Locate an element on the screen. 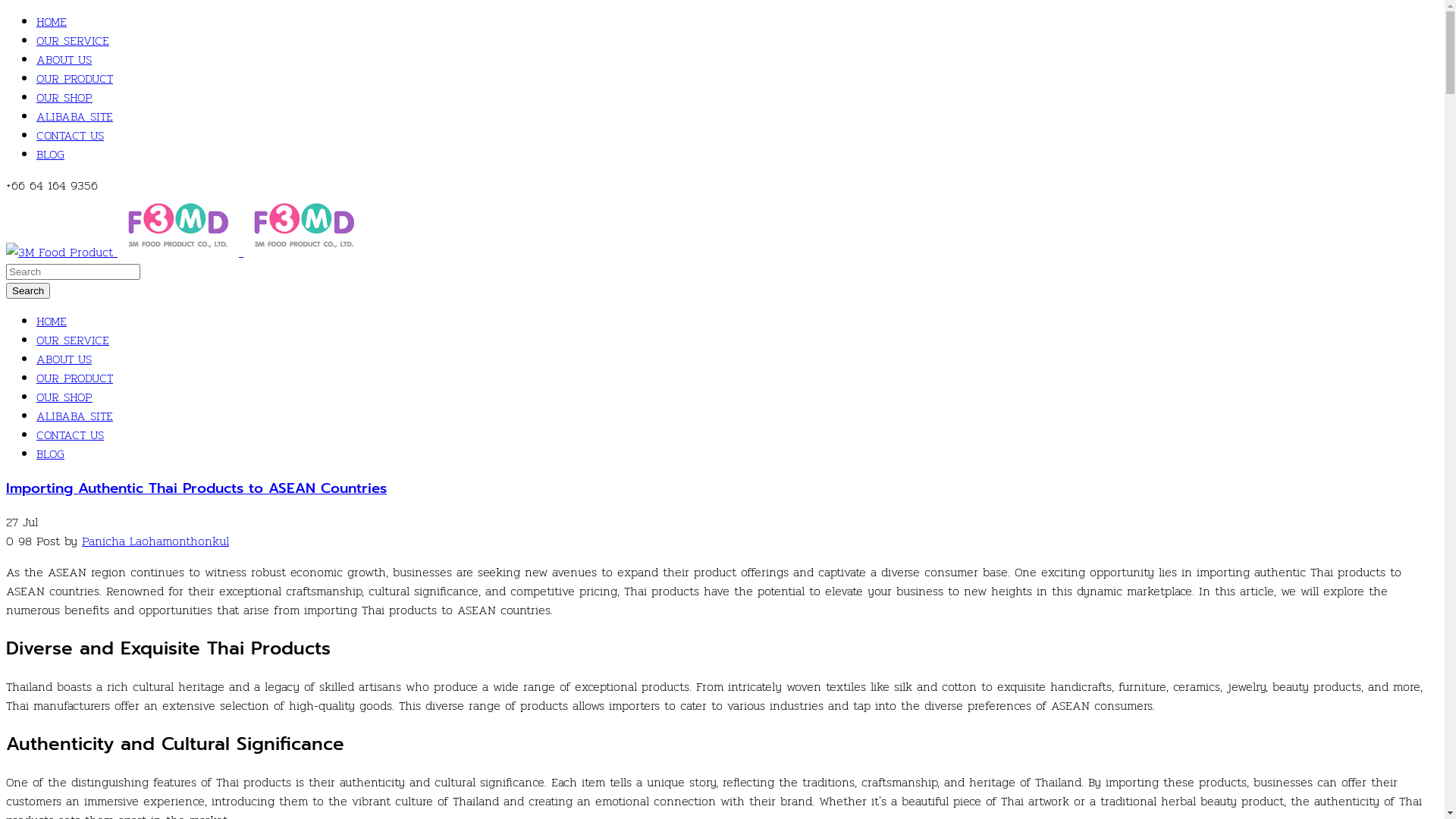 This screenshot has width=1456, height=819. 'OUR SERVICE' is located at coordinates (36, 339).